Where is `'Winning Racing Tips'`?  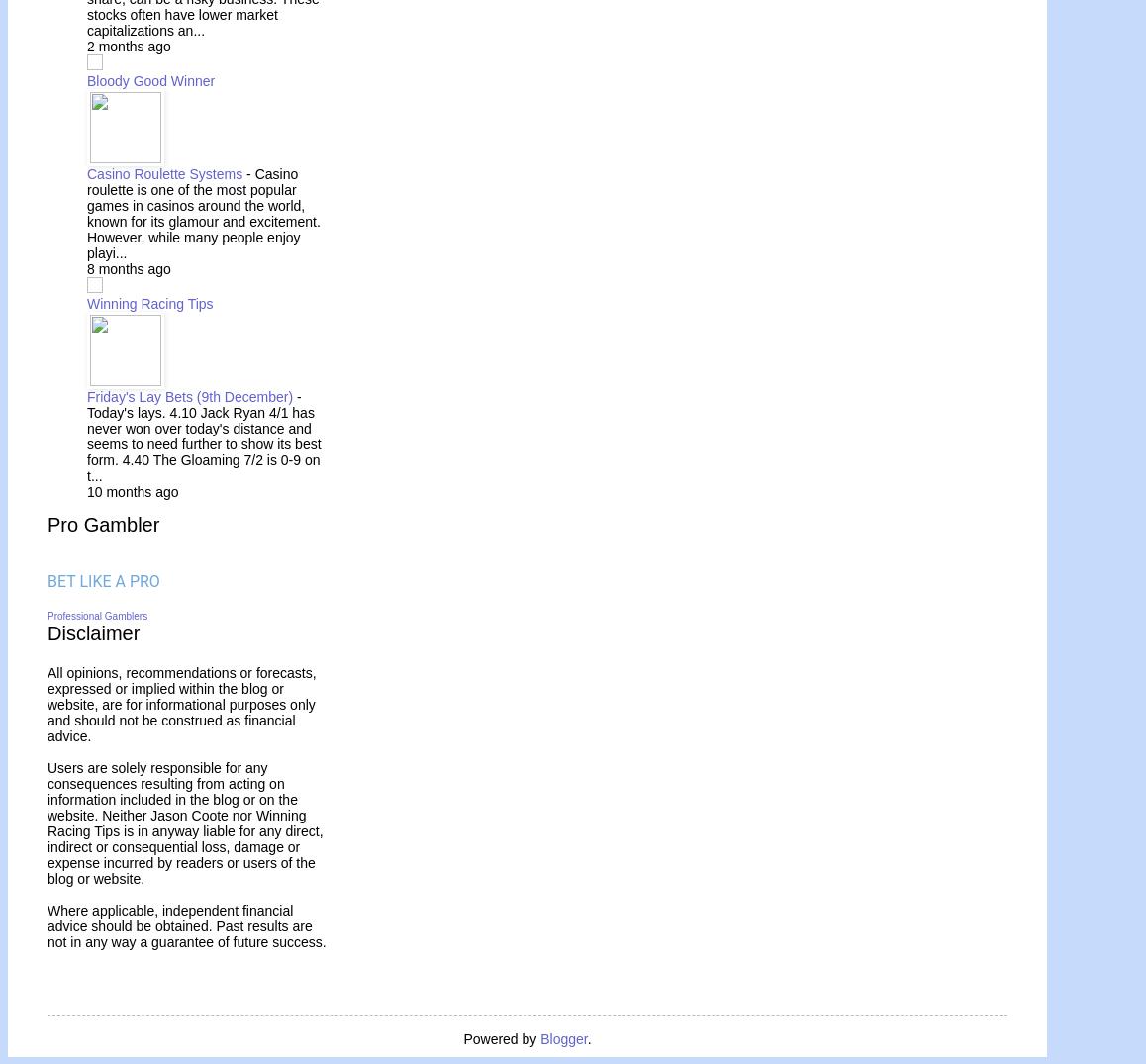
'Winning Racing Tips' is located at coordinates (148, 302).